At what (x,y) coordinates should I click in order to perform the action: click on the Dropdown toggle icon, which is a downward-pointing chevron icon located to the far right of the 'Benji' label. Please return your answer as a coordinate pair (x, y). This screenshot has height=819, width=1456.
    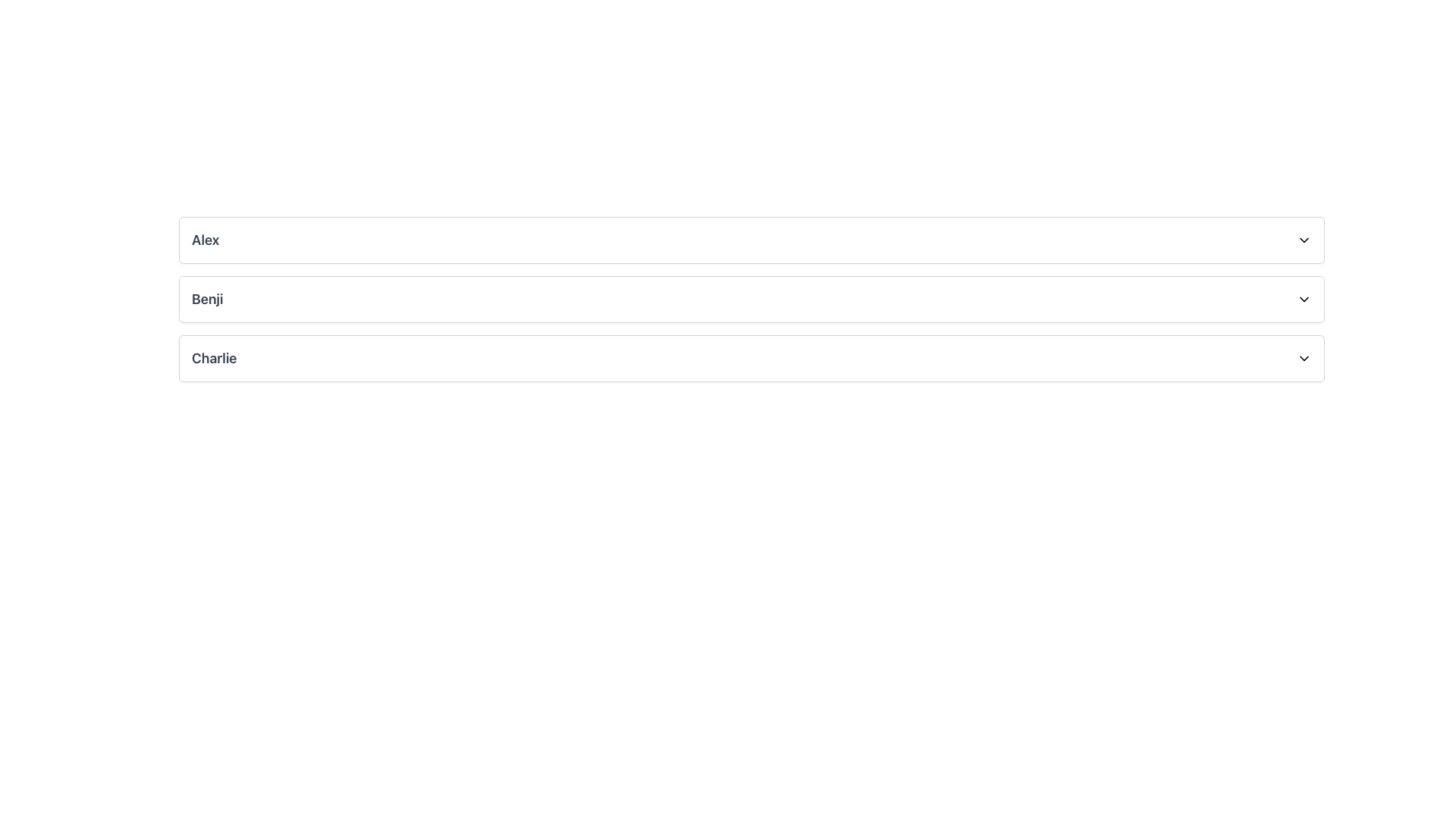
    Looking at the image, I should click on (1303, 299).